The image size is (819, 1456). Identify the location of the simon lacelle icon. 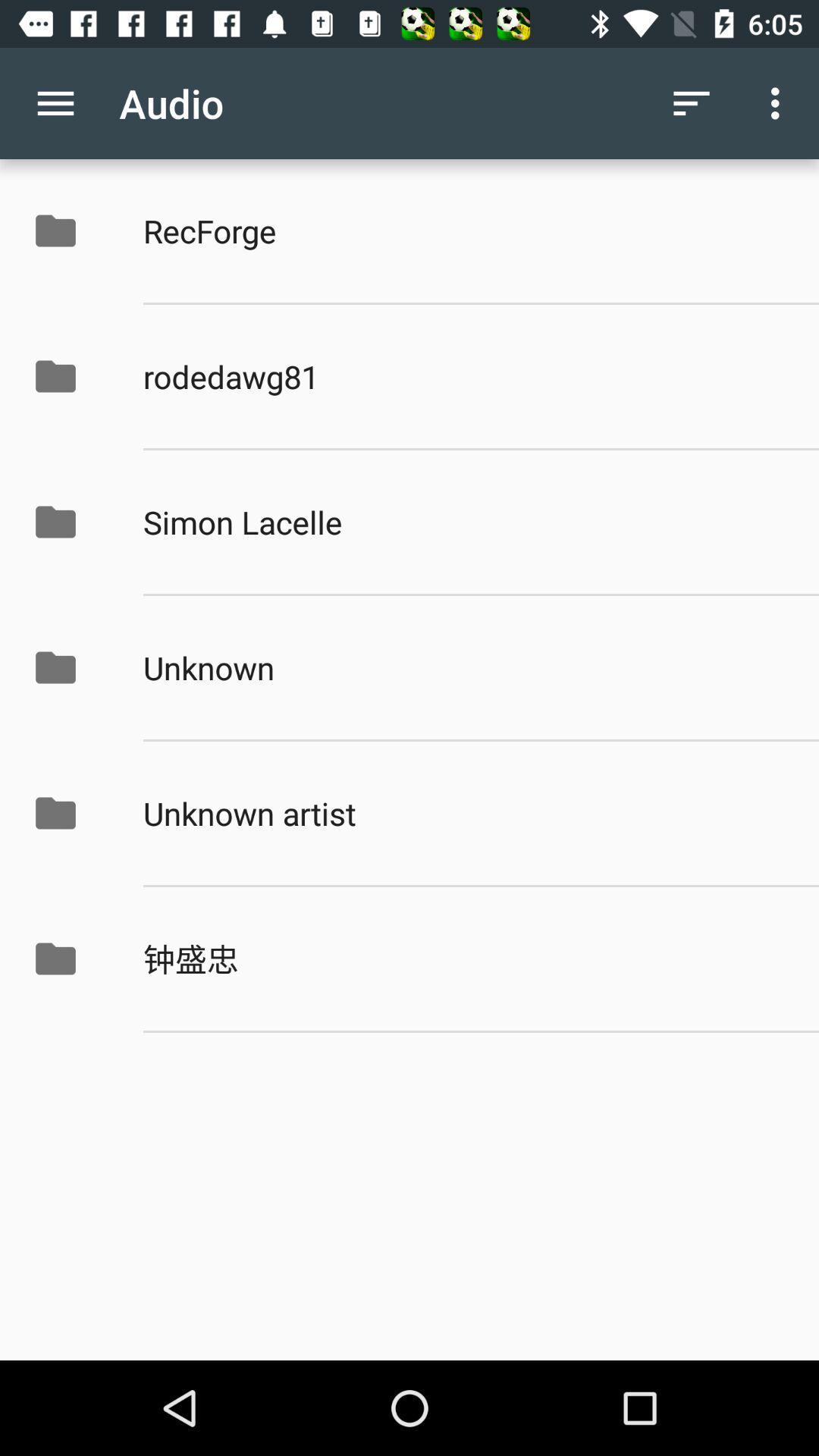
(464, 522).